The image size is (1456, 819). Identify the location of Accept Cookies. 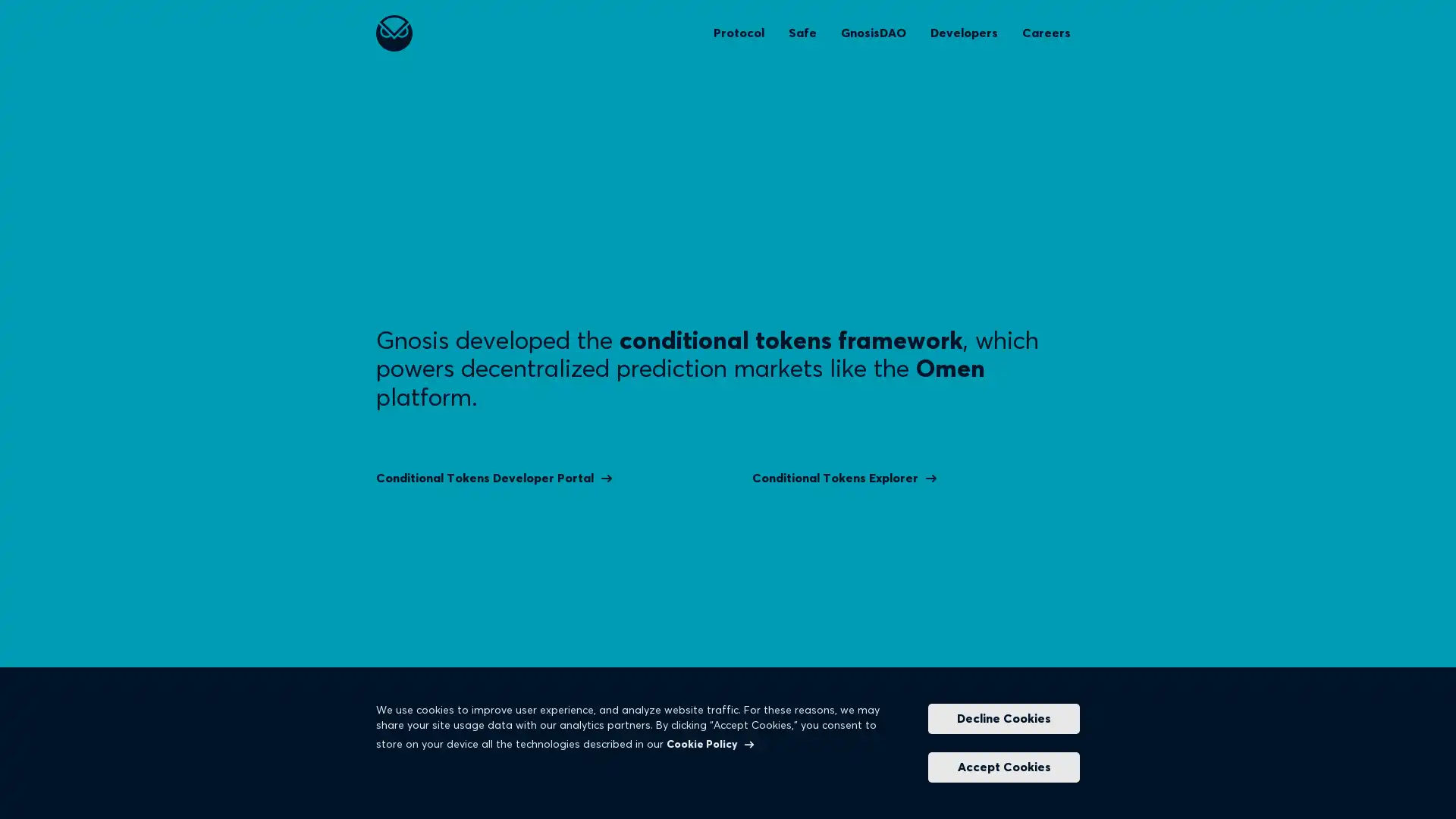
(1004, 767).